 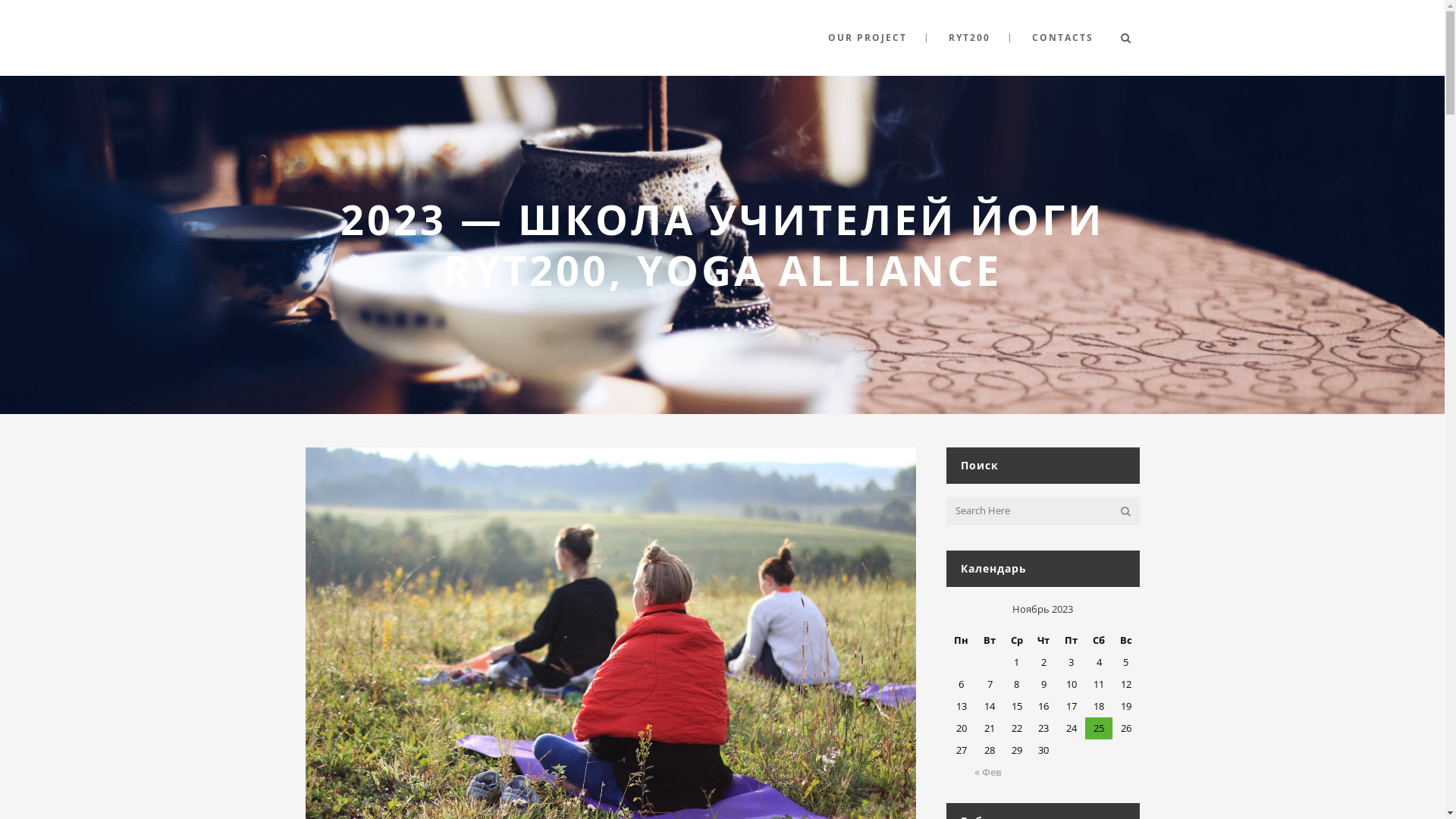 What do you see at coordinates (1061, 37) in the screenshot?
I see `'CONTACTS'` at bounding box center [1061, 37].